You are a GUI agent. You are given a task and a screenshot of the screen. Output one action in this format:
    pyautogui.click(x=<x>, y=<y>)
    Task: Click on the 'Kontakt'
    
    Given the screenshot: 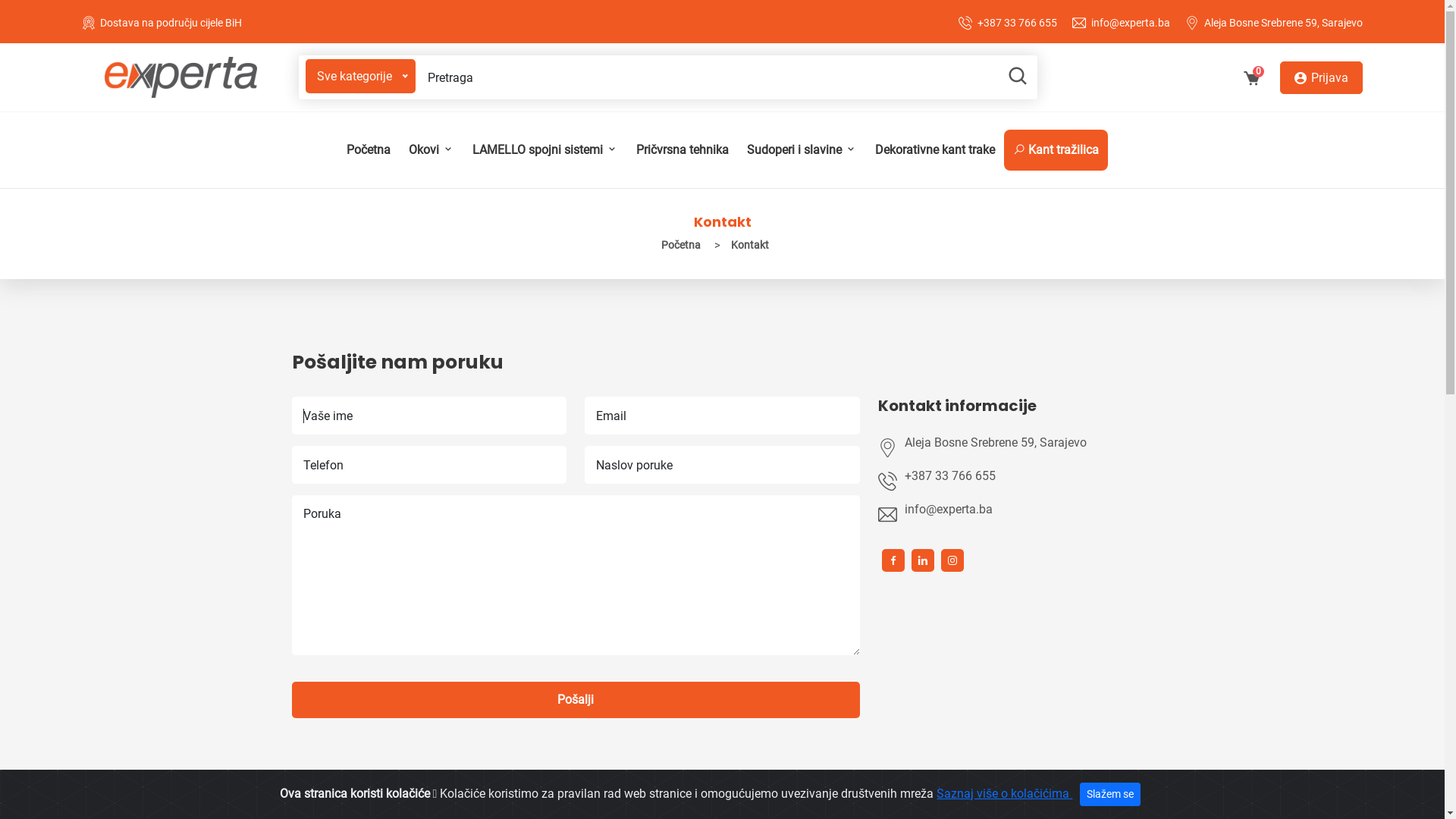 What is the action you would take?
    pyautogui.click(x=723, y=244)
    